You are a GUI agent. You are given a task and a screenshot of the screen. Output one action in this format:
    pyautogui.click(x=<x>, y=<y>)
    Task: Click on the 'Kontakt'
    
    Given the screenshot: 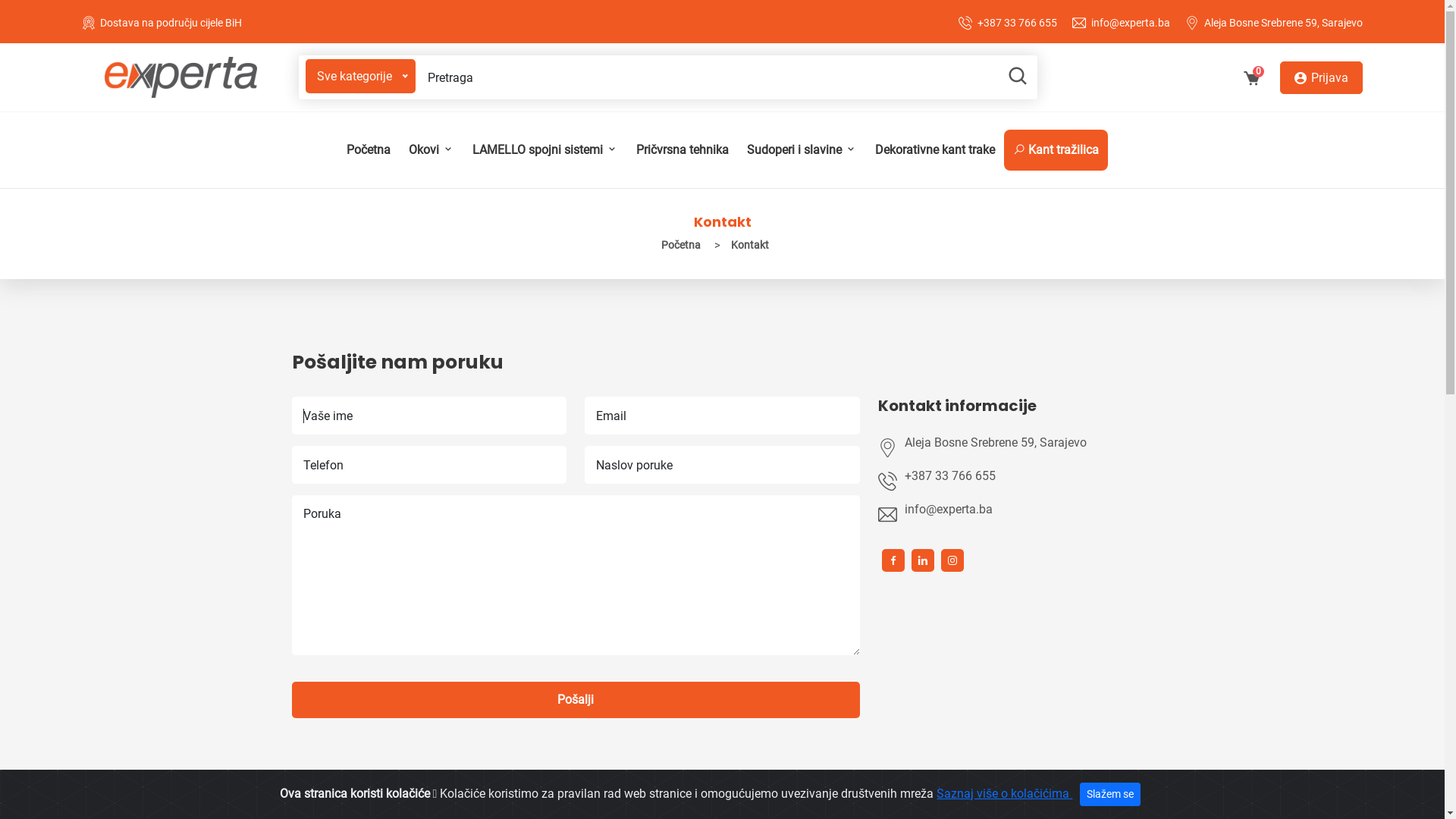 What is the action you would take?
    pyautogui.click(x=723, y=244)
    